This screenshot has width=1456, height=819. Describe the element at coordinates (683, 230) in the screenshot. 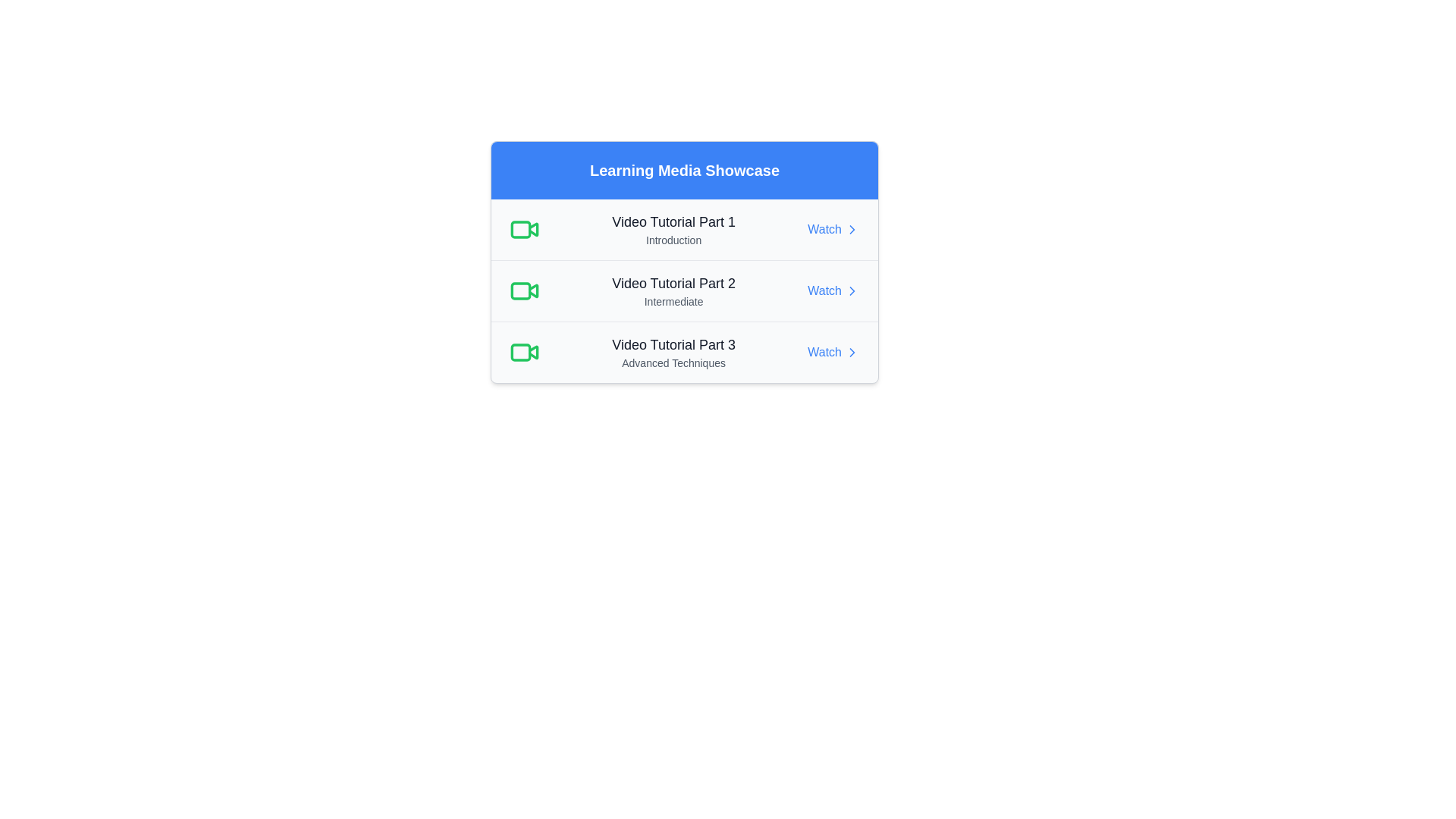

I see `text content of the first list item in the 'Learning Media Showcase', which includes 'Video Tutorial Part 1' and 'Introduction'` at that location.